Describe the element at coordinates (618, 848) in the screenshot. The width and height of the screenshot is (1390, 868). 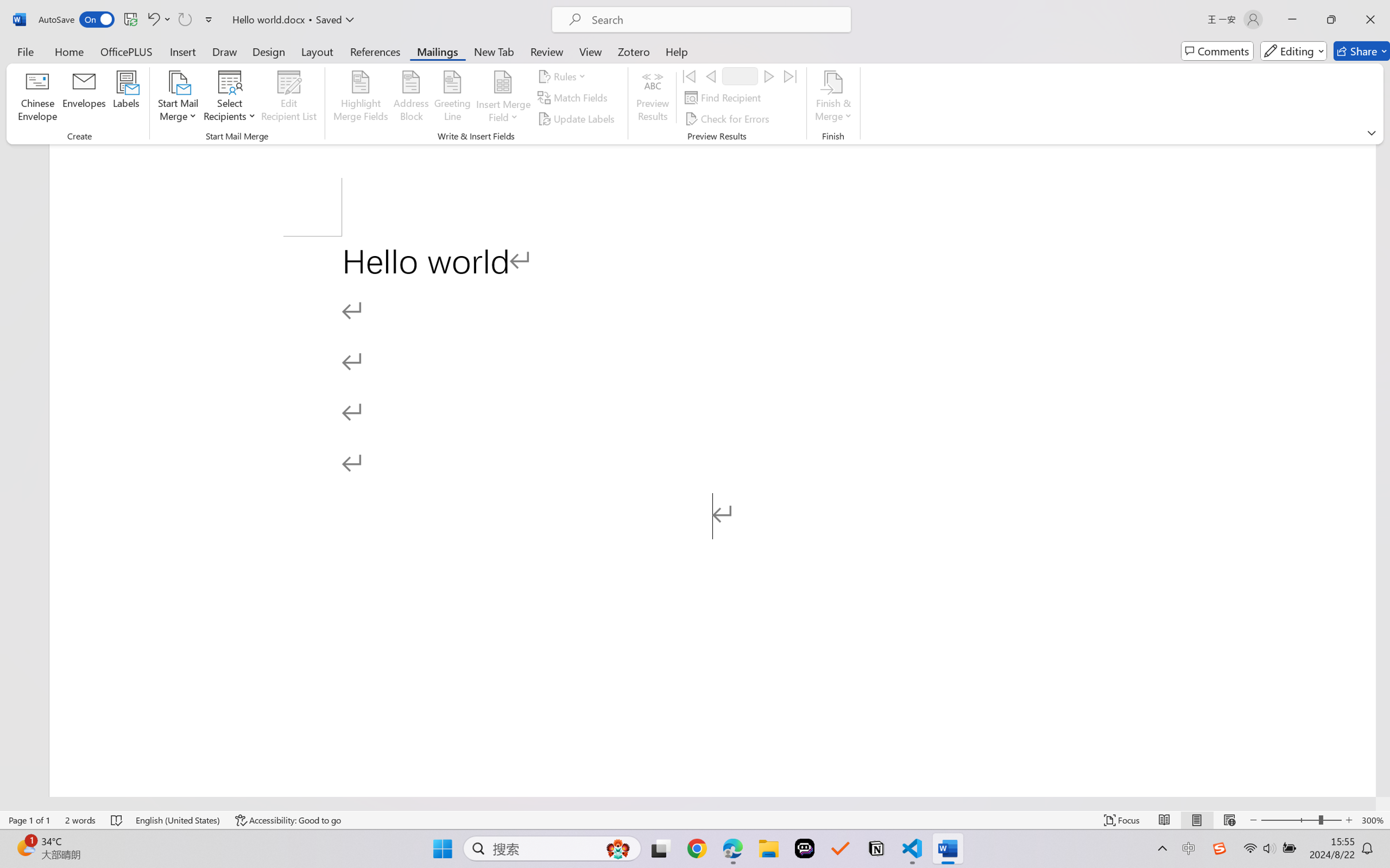
I see `'AutomationID: DynamicSearchBoxGleamImage'` at that location.